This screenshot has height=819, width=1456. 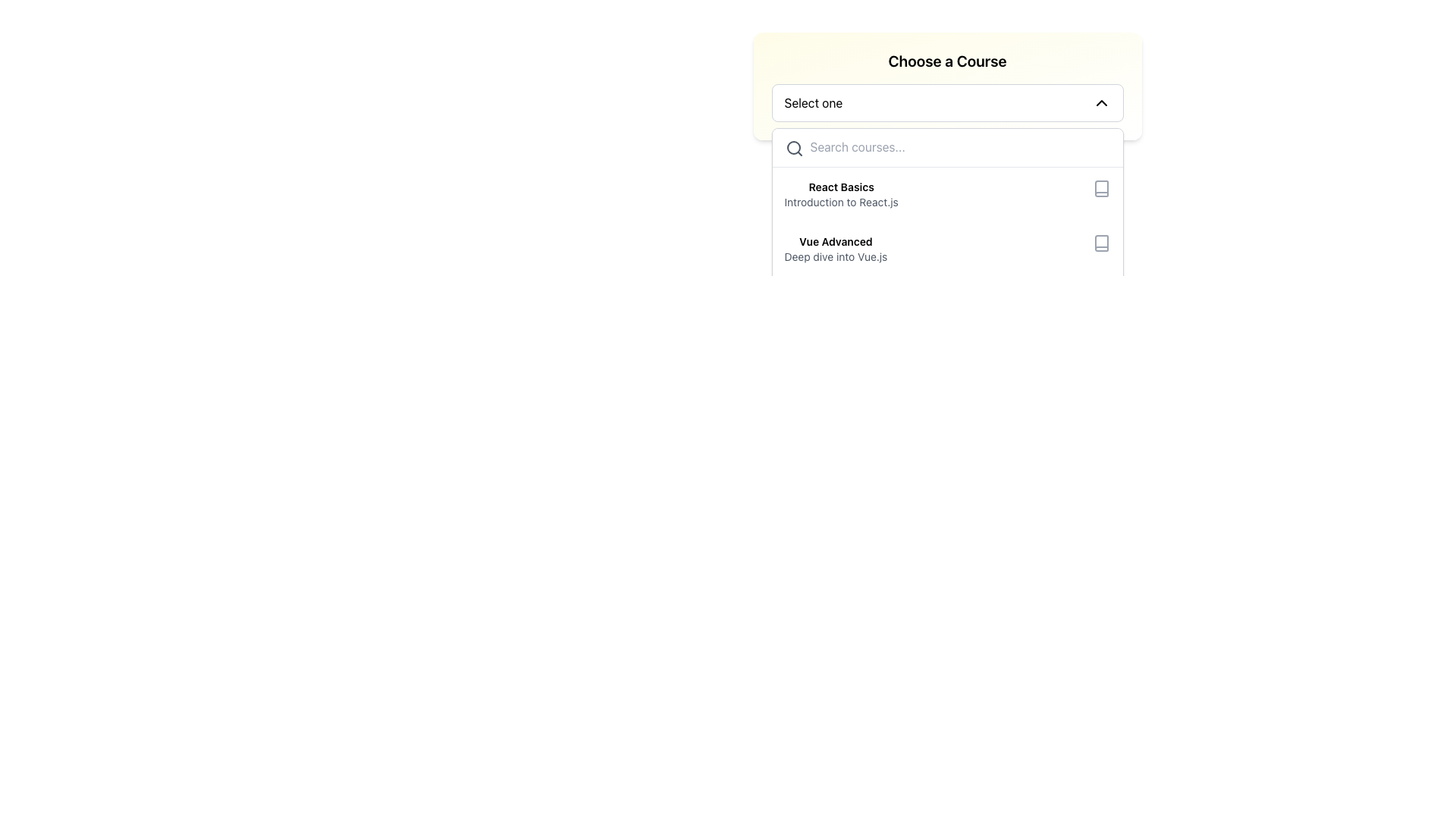 What do you see at coordinates (1101, 102) in the screenshot?
I see `the Chevron Down icon located on the far right inside the 'Select one' dropdown box` at bounding box center [1101, 102].